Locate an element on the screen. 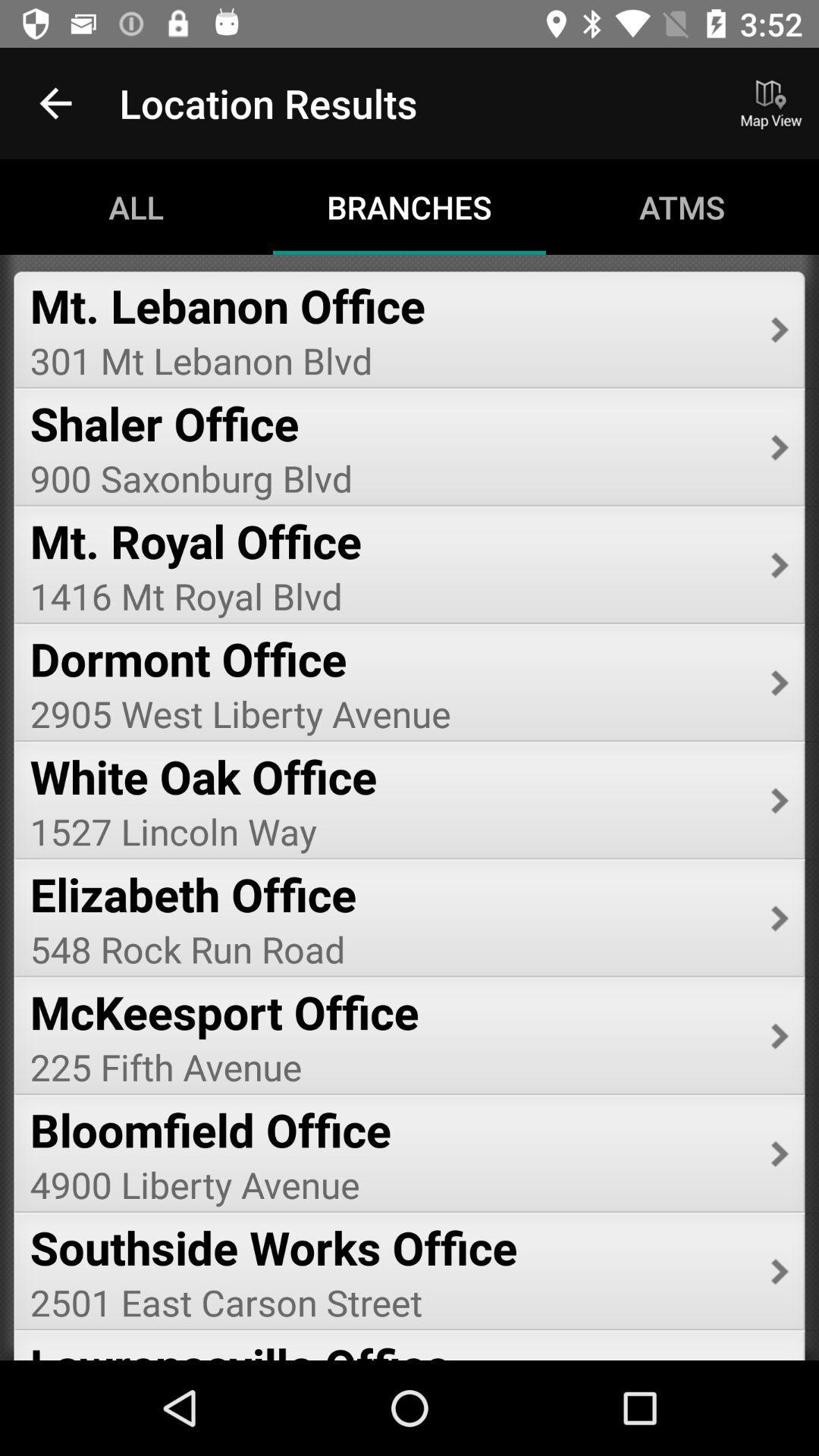 Image resolution: width=819 pixels, height=1456 pixels. the item to the left of the location results is located at coordinates (55, 102).